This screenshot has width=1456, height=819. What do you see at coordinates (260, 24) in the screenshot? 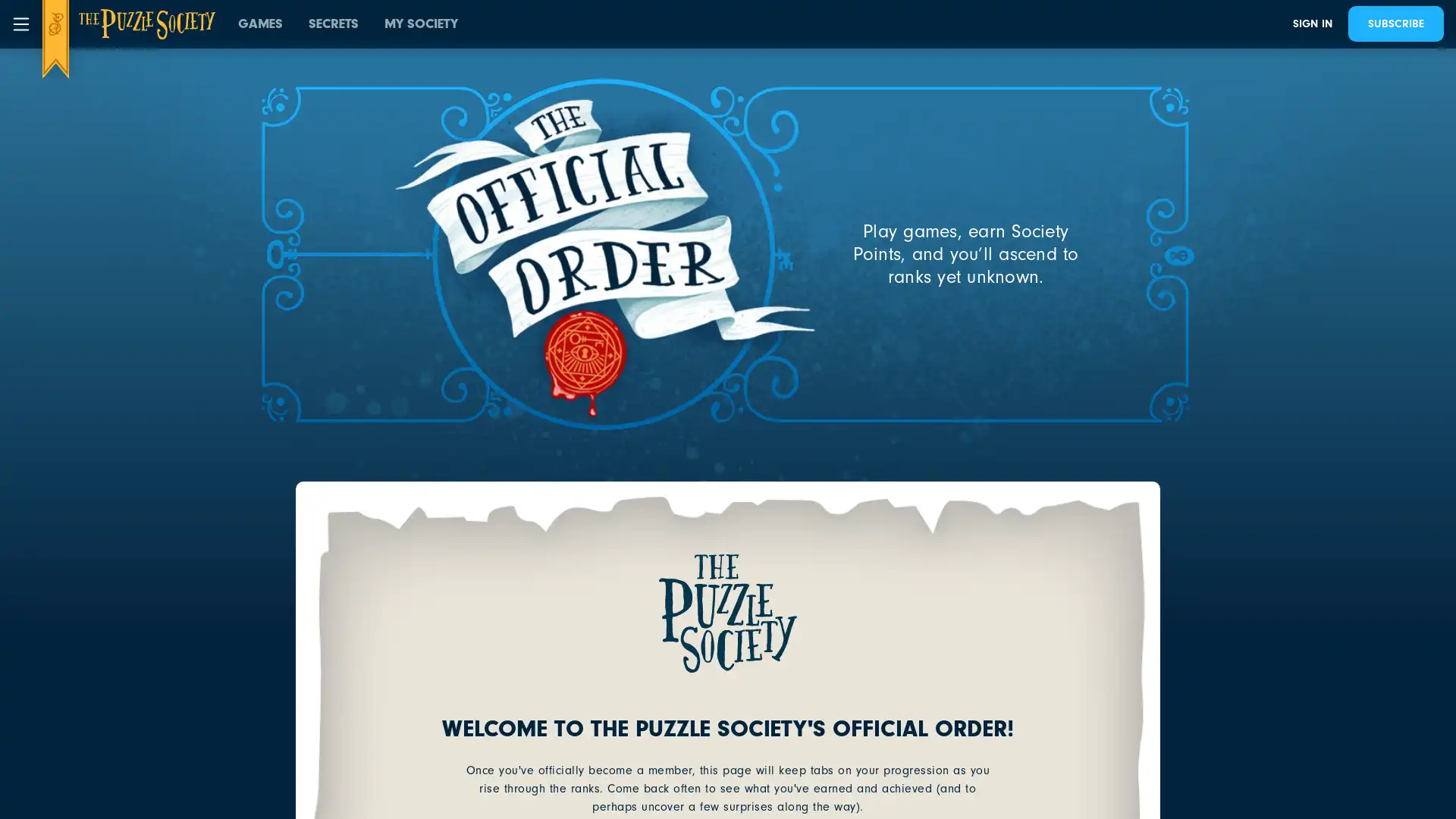
I see `GAMES` at bounding box center [260, 24].